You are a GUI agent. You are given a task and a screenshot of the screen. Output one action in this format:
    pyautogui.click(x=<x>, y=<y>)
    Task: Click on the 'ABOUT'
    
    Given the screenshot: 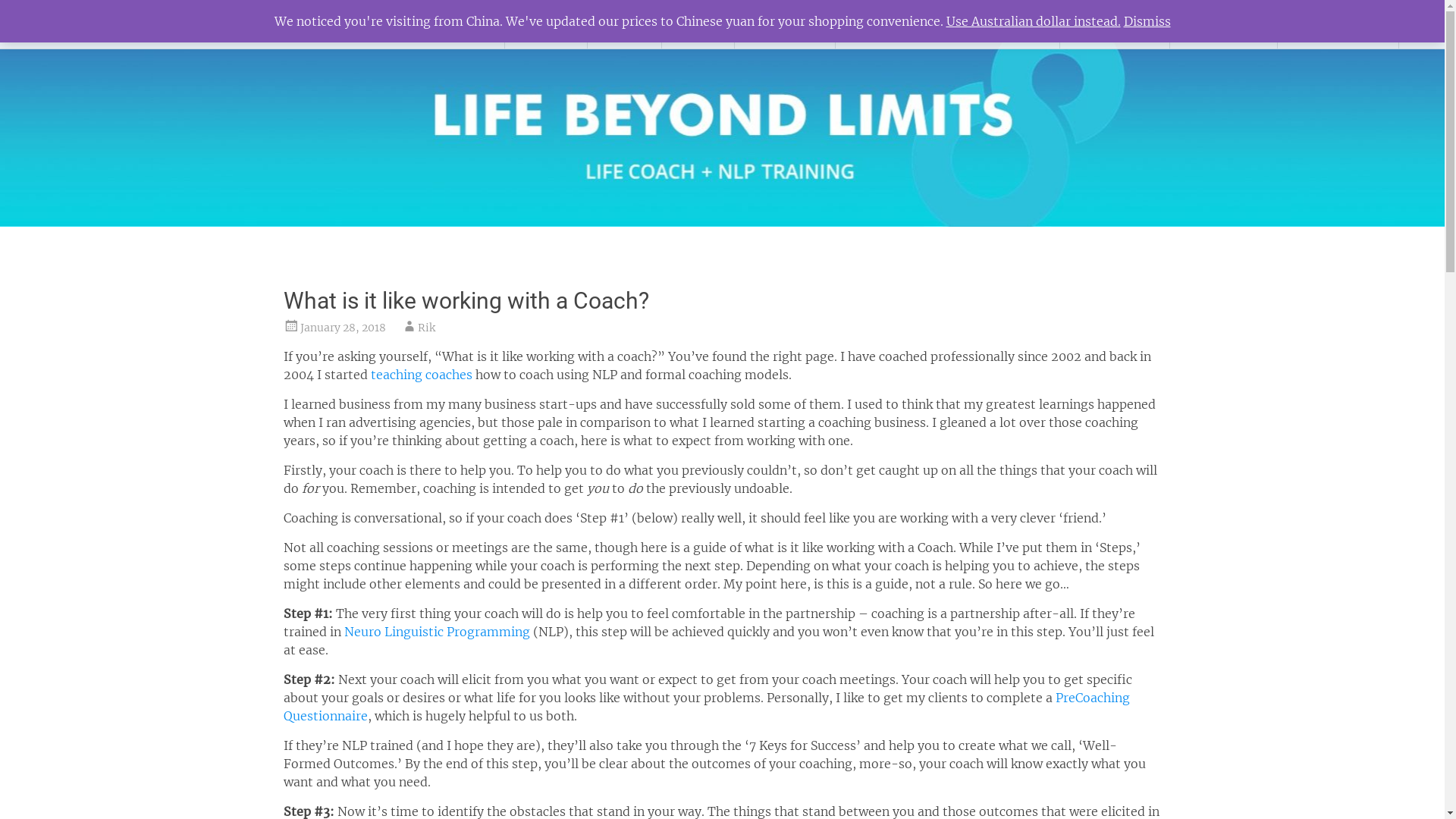 What is the action you would take?
    pyautogui.click(x=546, y=24)
    